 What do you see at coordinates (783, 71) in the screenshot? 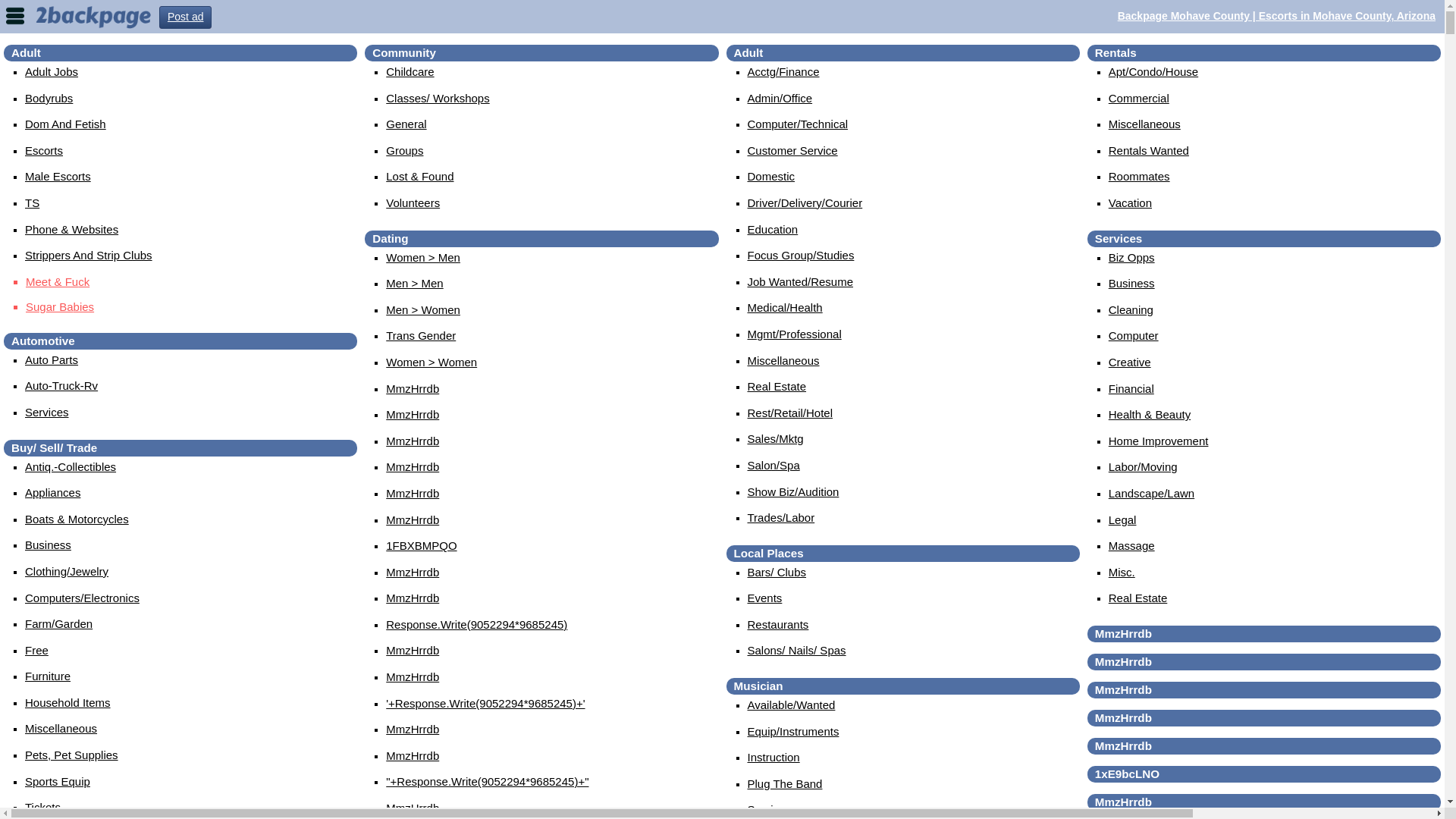
I see `'Acctg/Finance'` at bounding box center [783, 71].